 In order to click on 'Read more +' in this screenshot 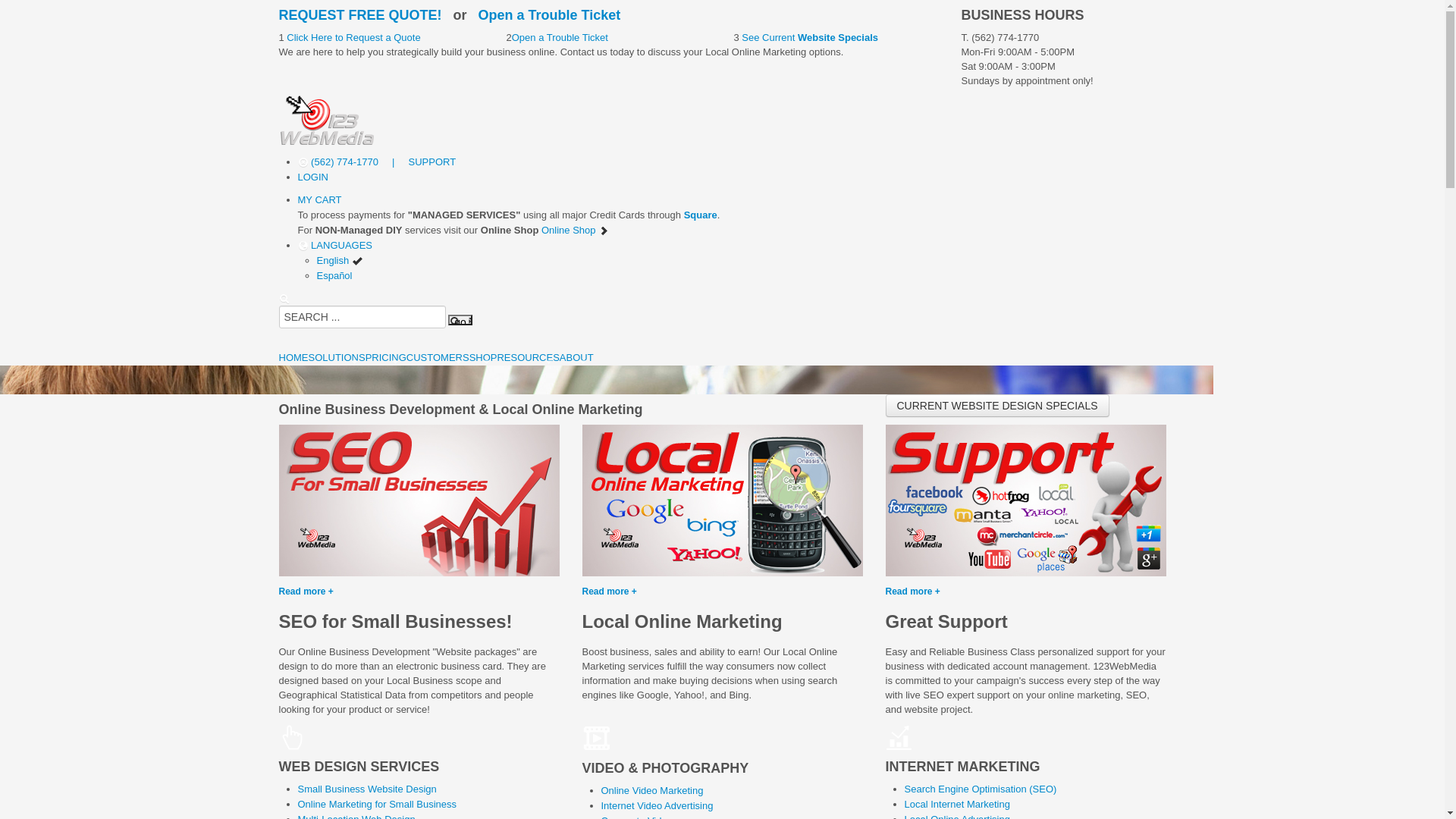, I will do `click(1026, 546)`.